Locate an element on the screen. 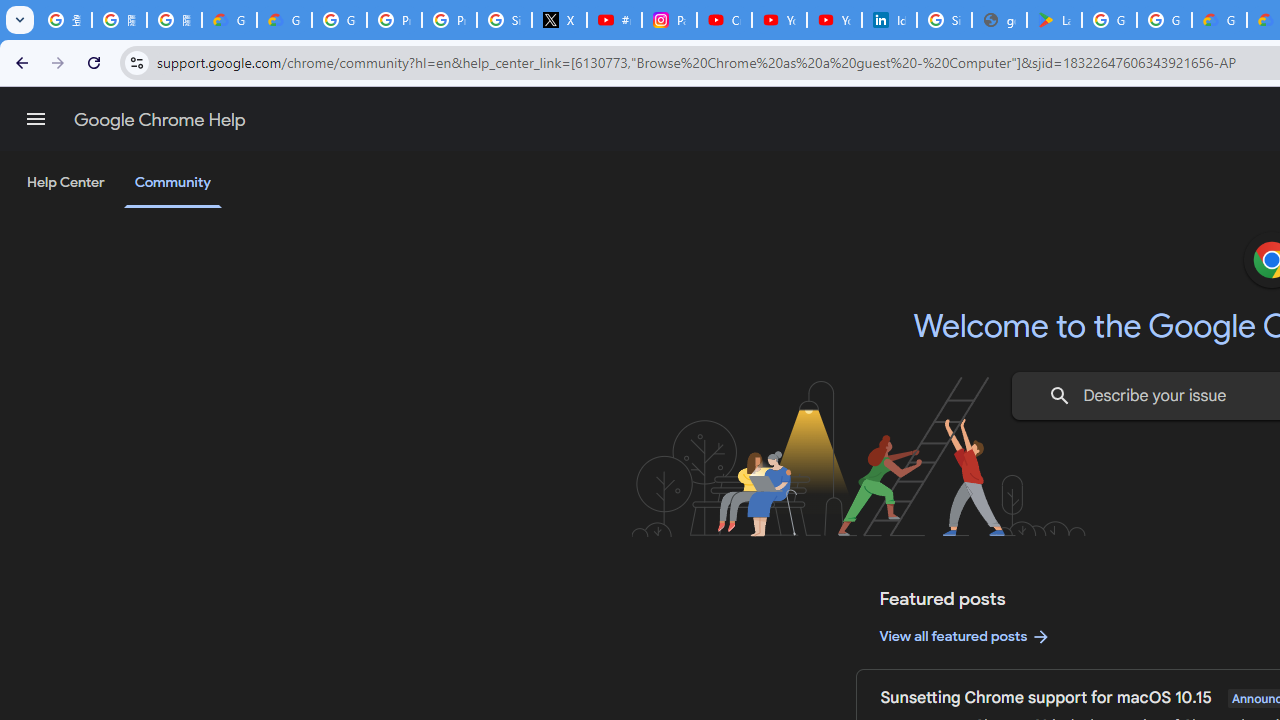  'Identity verification via Persona | LinkedIn Help' is located at coordinates (887, 20).